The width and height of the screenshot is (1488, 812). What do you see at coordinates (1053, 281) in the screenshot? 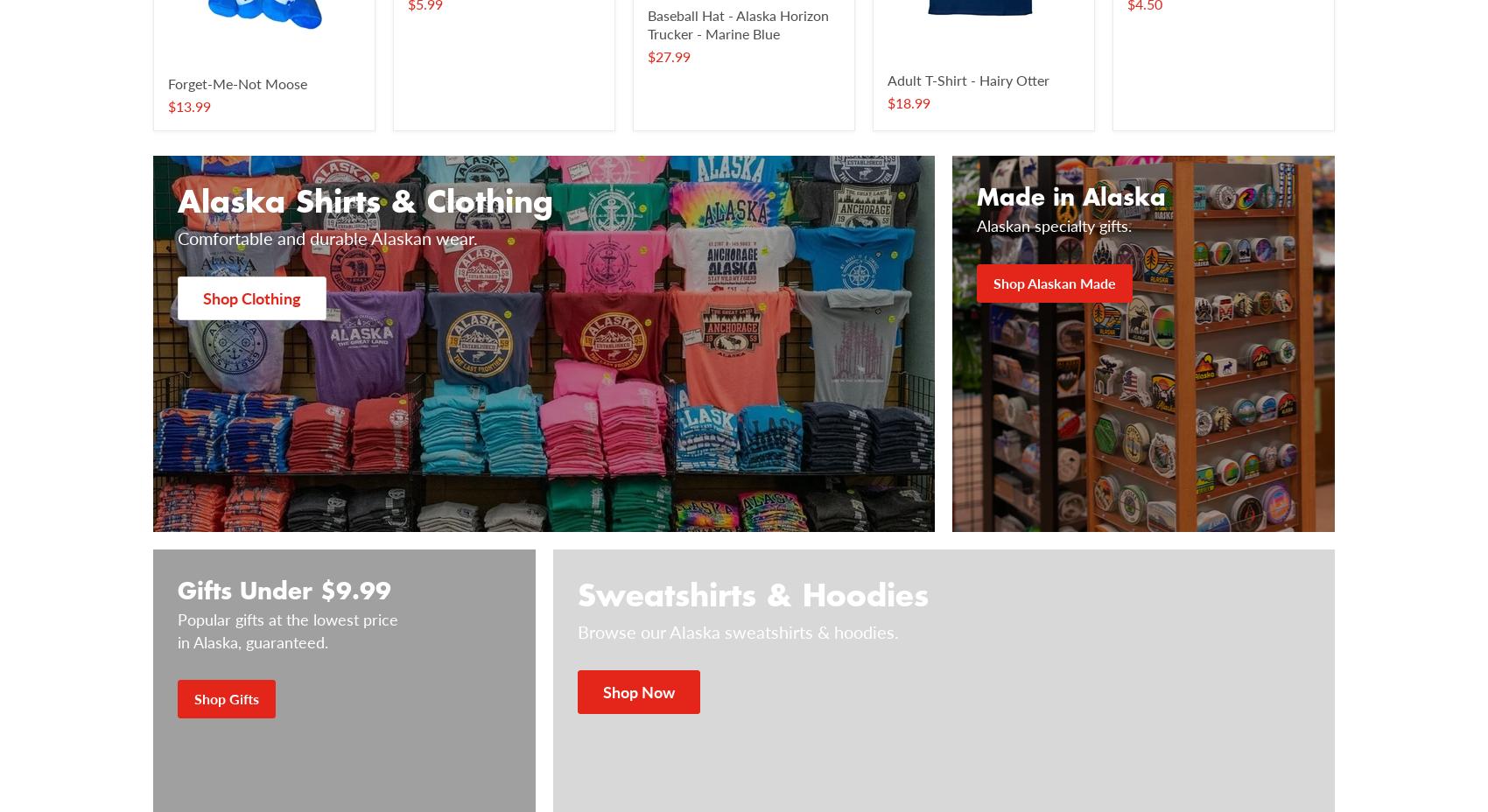
I see `'Shop Alaskan Made'` at bounding box center [1053, 281].